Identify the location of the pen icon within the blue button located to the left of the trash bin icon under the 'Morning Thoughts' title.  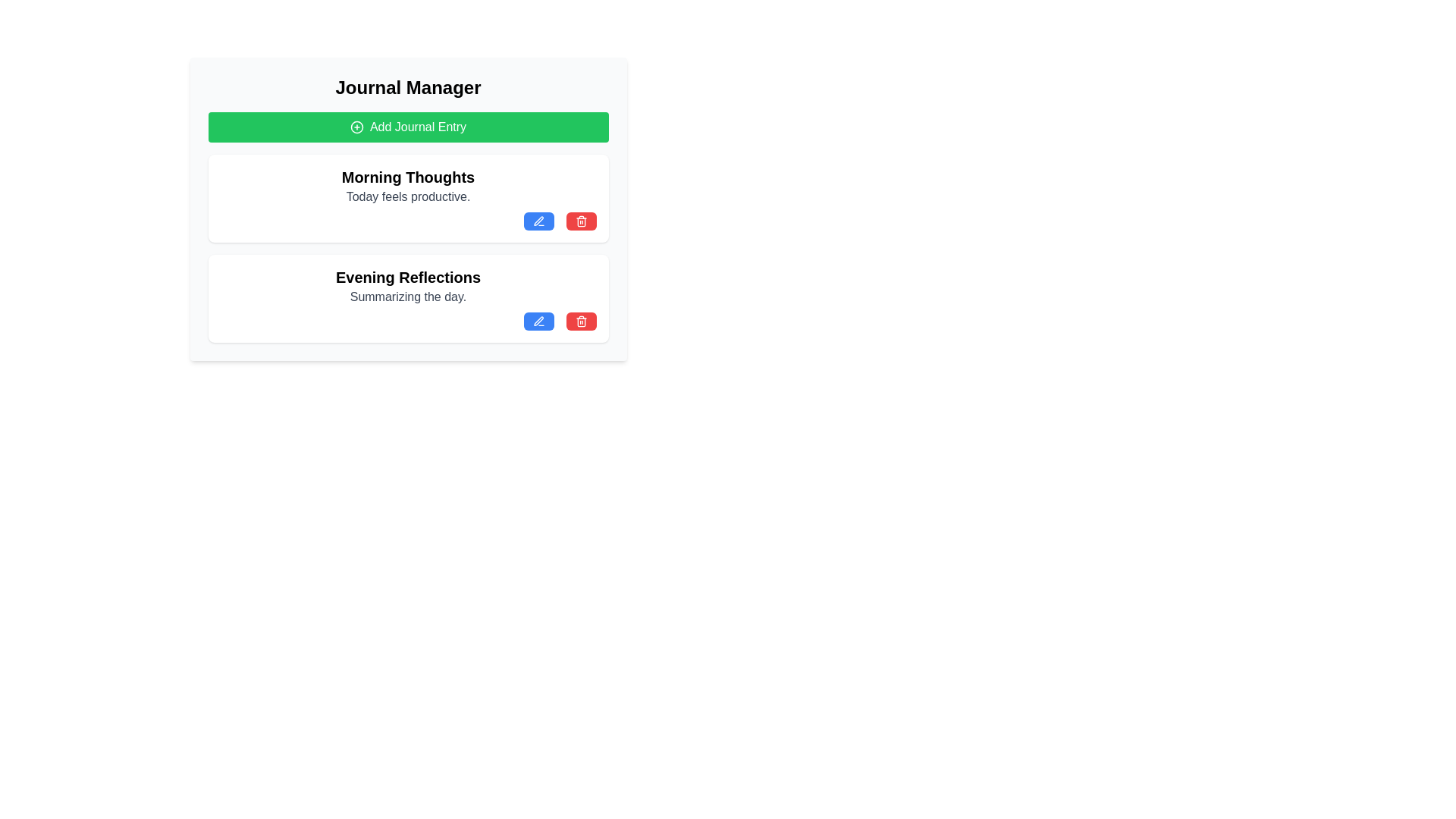
(538, 221).